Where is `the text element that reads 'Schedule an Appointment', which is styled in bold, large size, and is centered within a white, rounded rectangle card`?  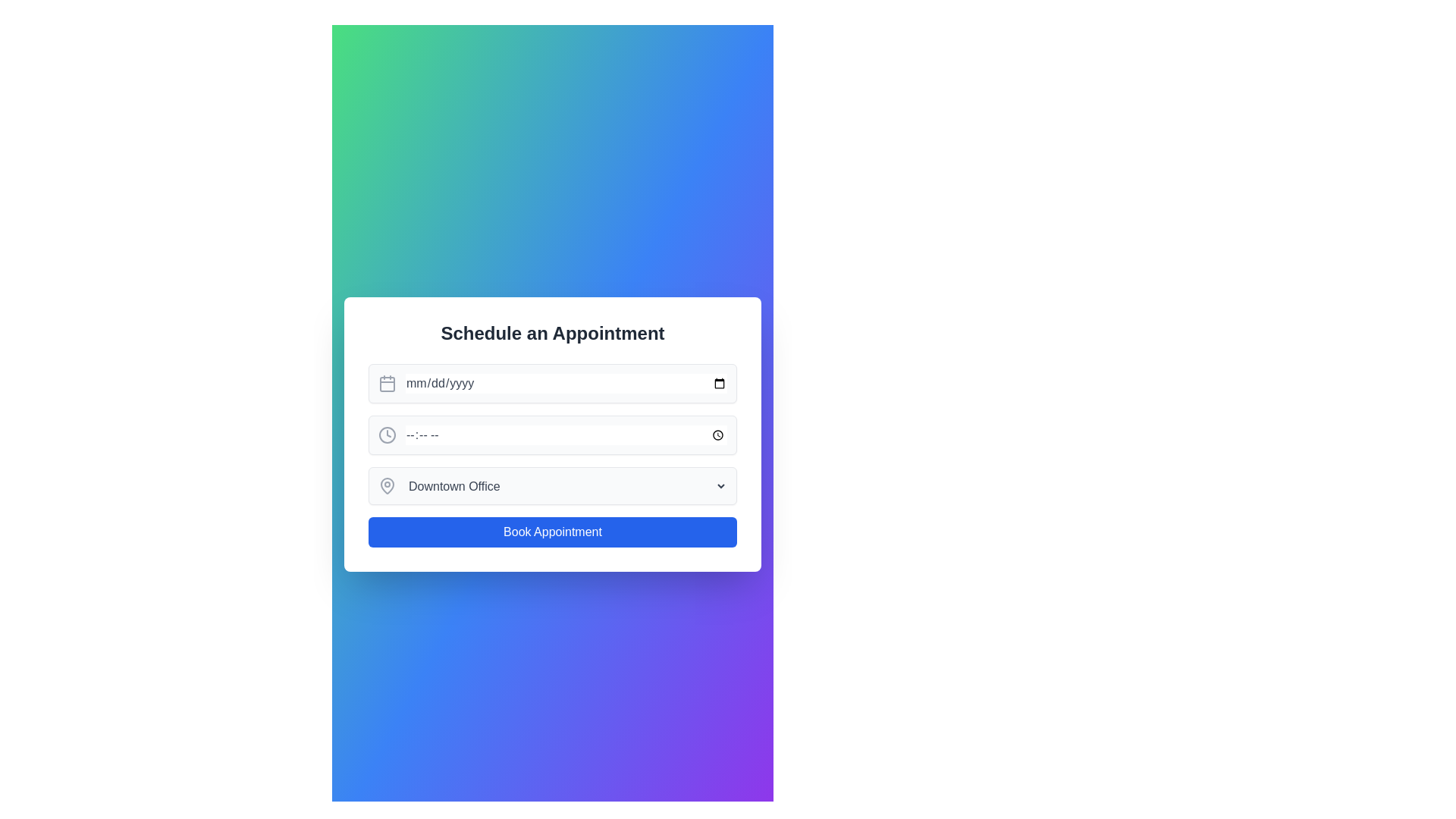
the text element that reads 'Schedule an Appointment', which is styled in bold, large size, and is centered within a white, rounded rectangle card is located at coordinates (552, 332).